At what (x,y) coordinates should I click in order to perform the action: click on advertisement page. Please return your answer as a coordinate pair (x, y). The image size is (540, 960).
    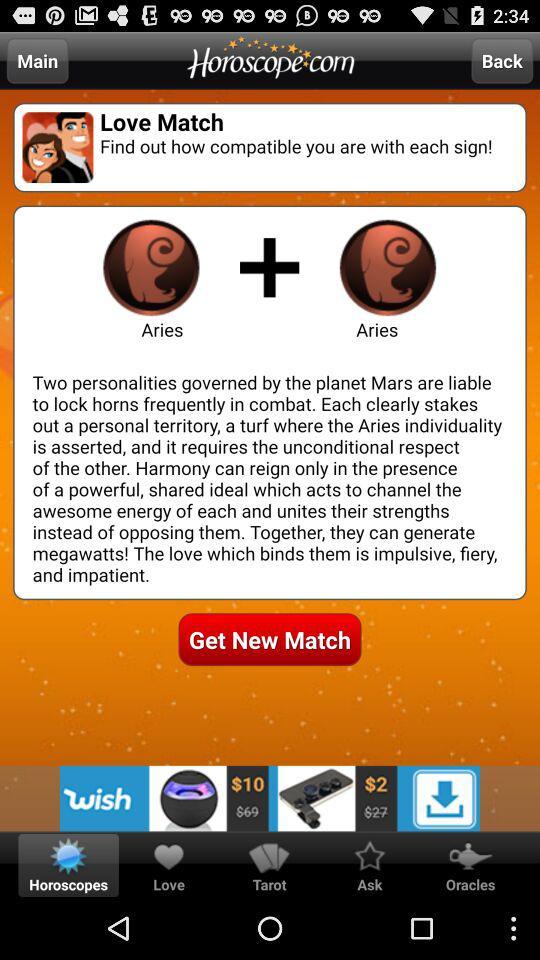
    Looking at the image, I should click on (270, 798).